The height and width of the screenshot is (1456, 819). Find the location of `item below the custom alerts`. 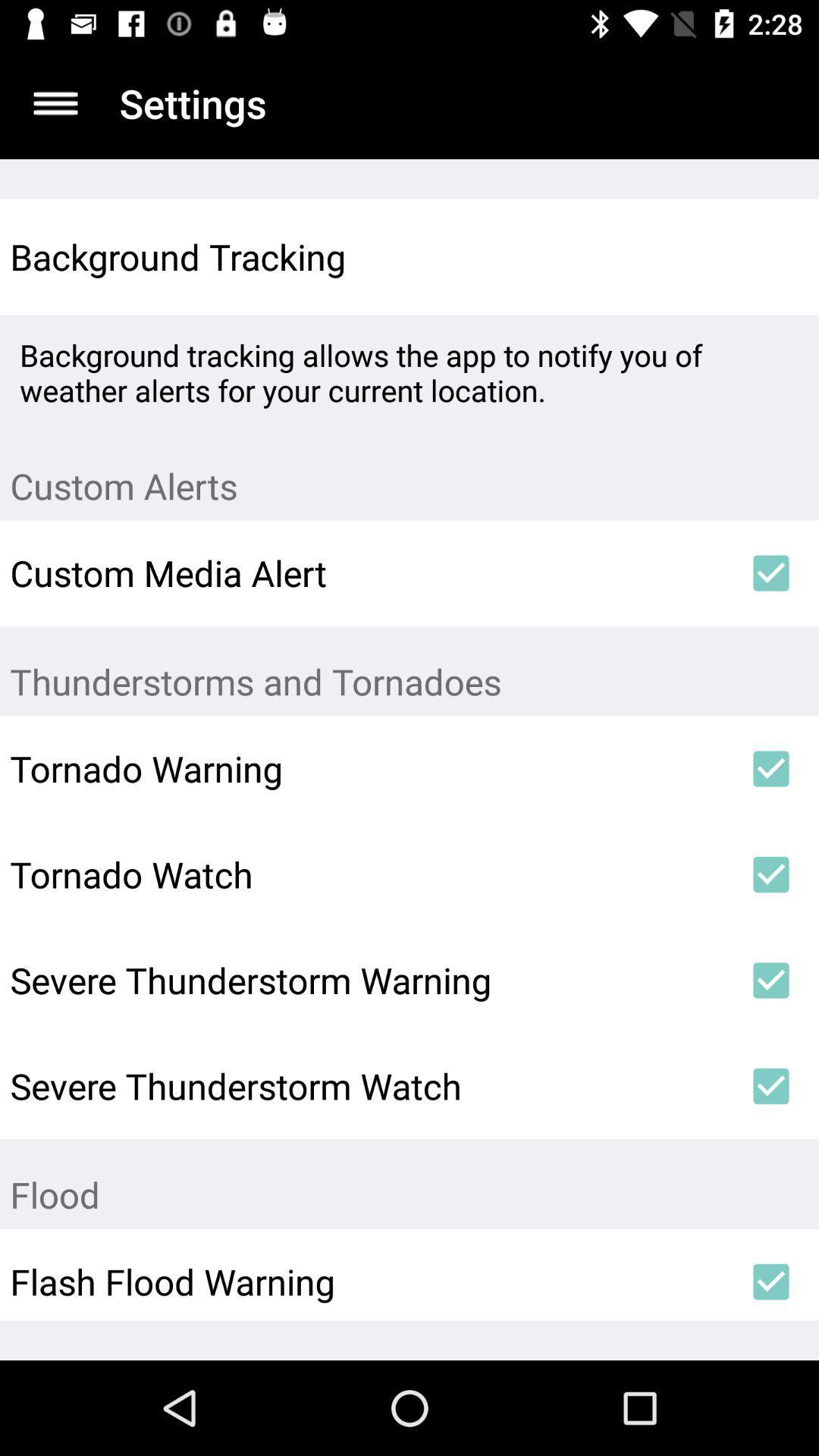

item below the custom alerts is located at coordinates (771, 572).